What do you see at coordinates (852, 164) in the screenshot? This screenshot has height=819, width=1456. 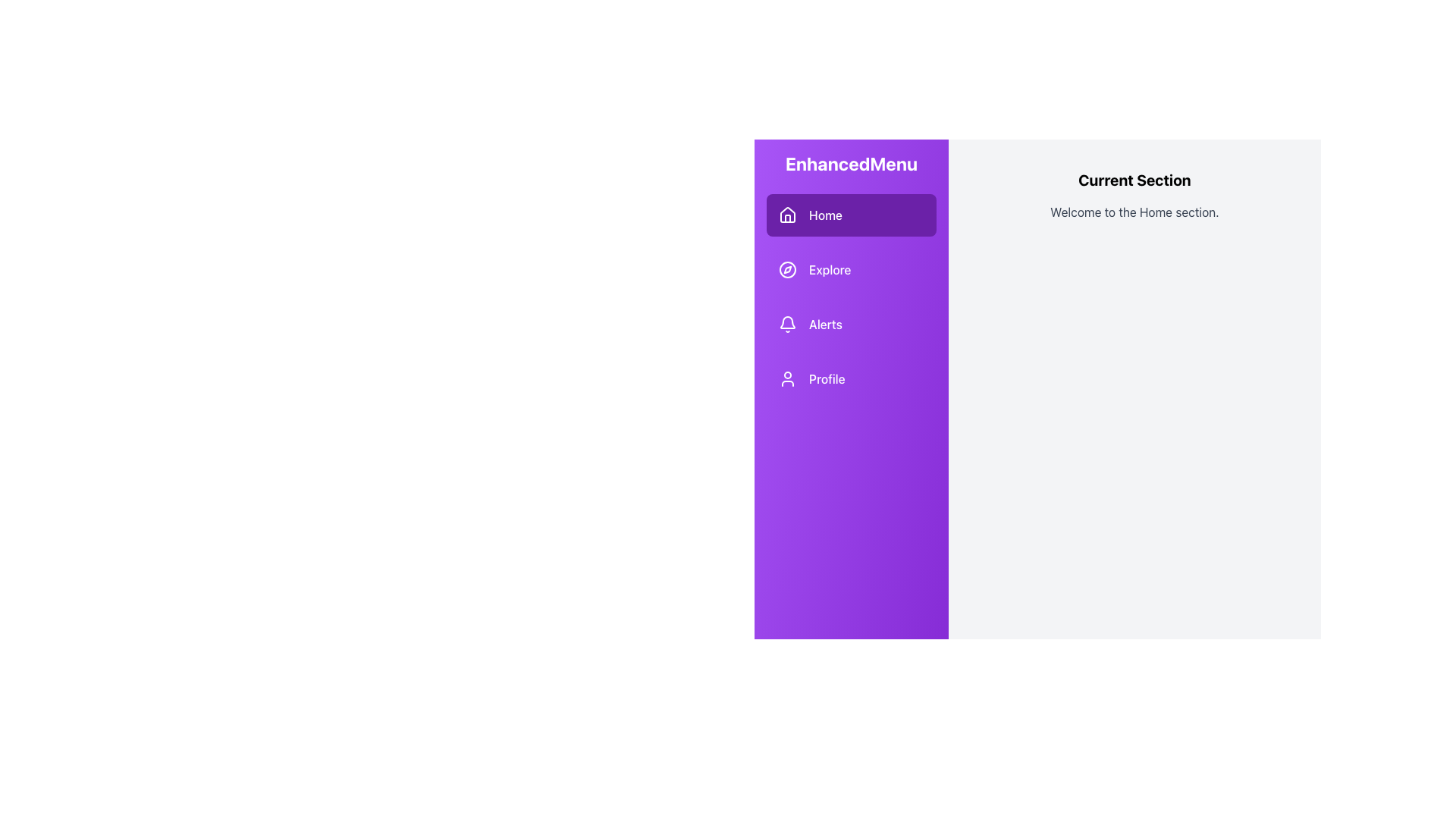 I see `the 'EnhancedMenu' static text label at the top of the sidebar, which is styled in bold white font against a gradient purple background` at bounding box center [852, 164].